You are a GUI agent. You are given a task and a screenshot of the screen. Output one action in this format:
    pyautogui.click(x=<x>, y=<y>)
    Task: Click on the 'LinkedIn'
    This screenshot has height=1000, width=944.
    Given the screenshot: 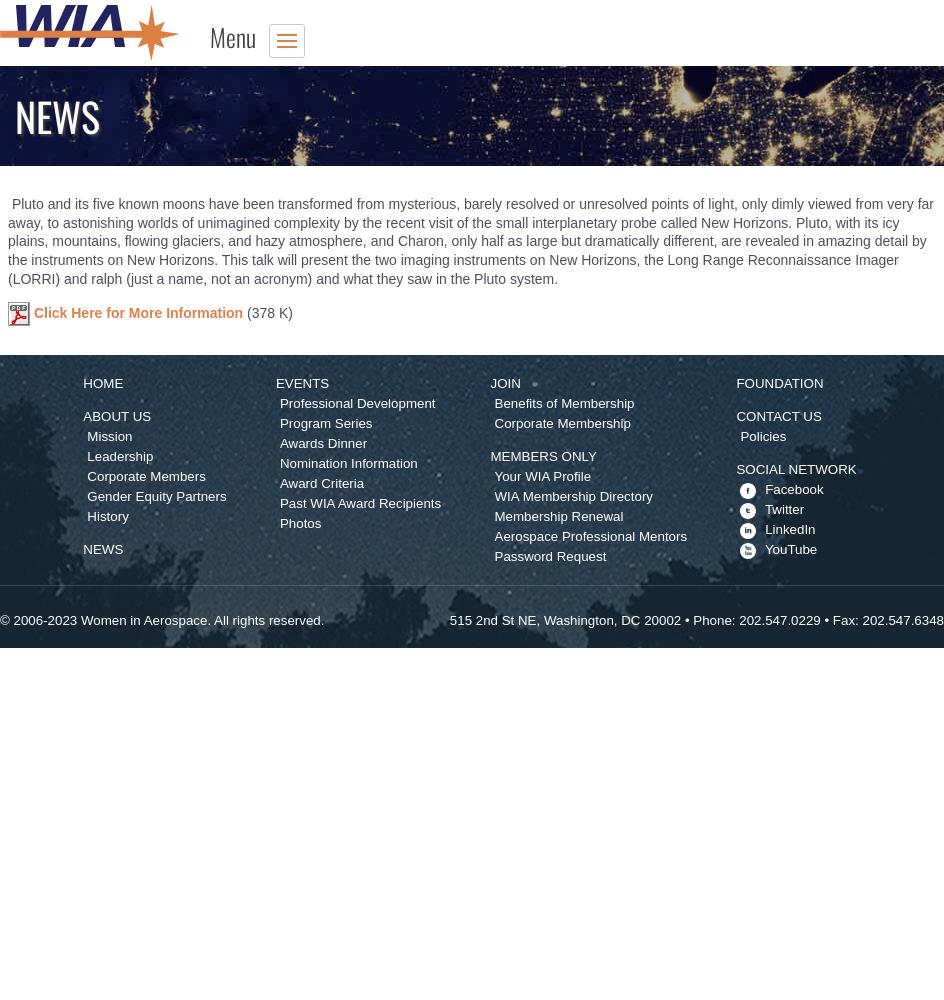 What is the action you would take?
    pyautogui.click(x=765, y=529)
    